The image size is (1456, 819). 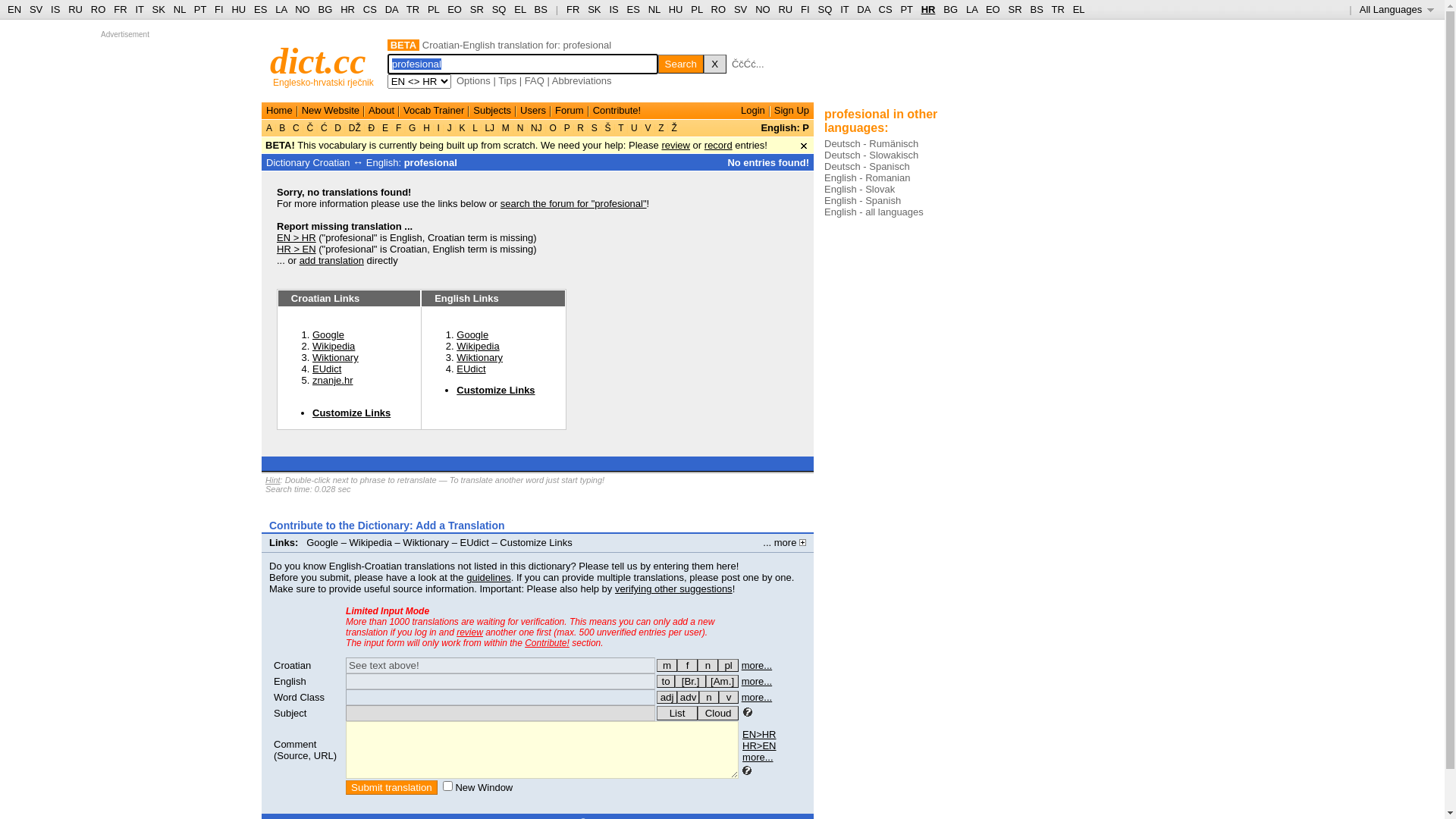 What do you see at coordinates (541, 9) in the screenshot?
I see `'BS'` at bounding box center [541, 9].